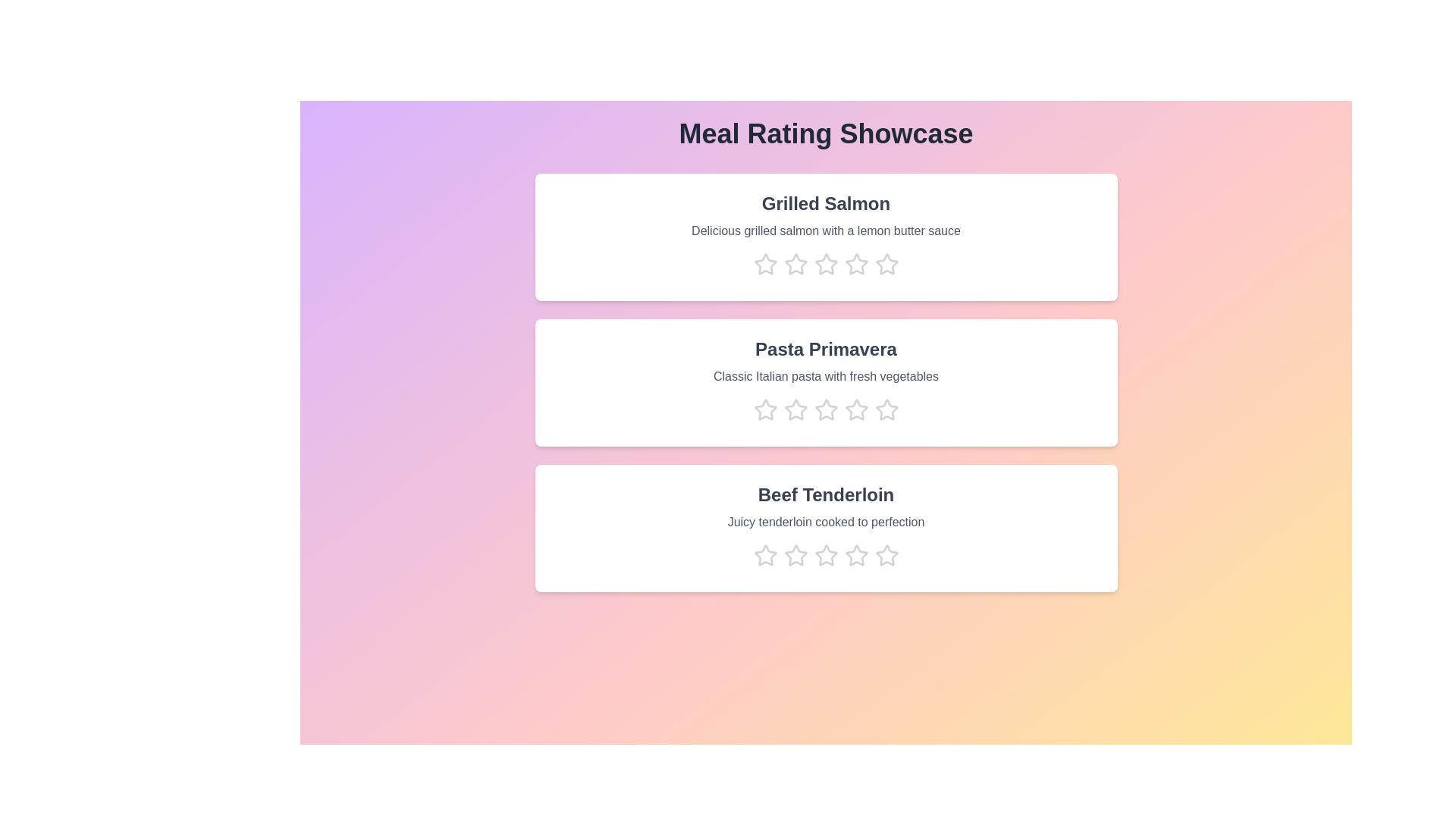  What do you see at coordinates (825, 237) in the screenshot?
I see `the meal card for Grilled Salmon` at bounding box center [825, 237].